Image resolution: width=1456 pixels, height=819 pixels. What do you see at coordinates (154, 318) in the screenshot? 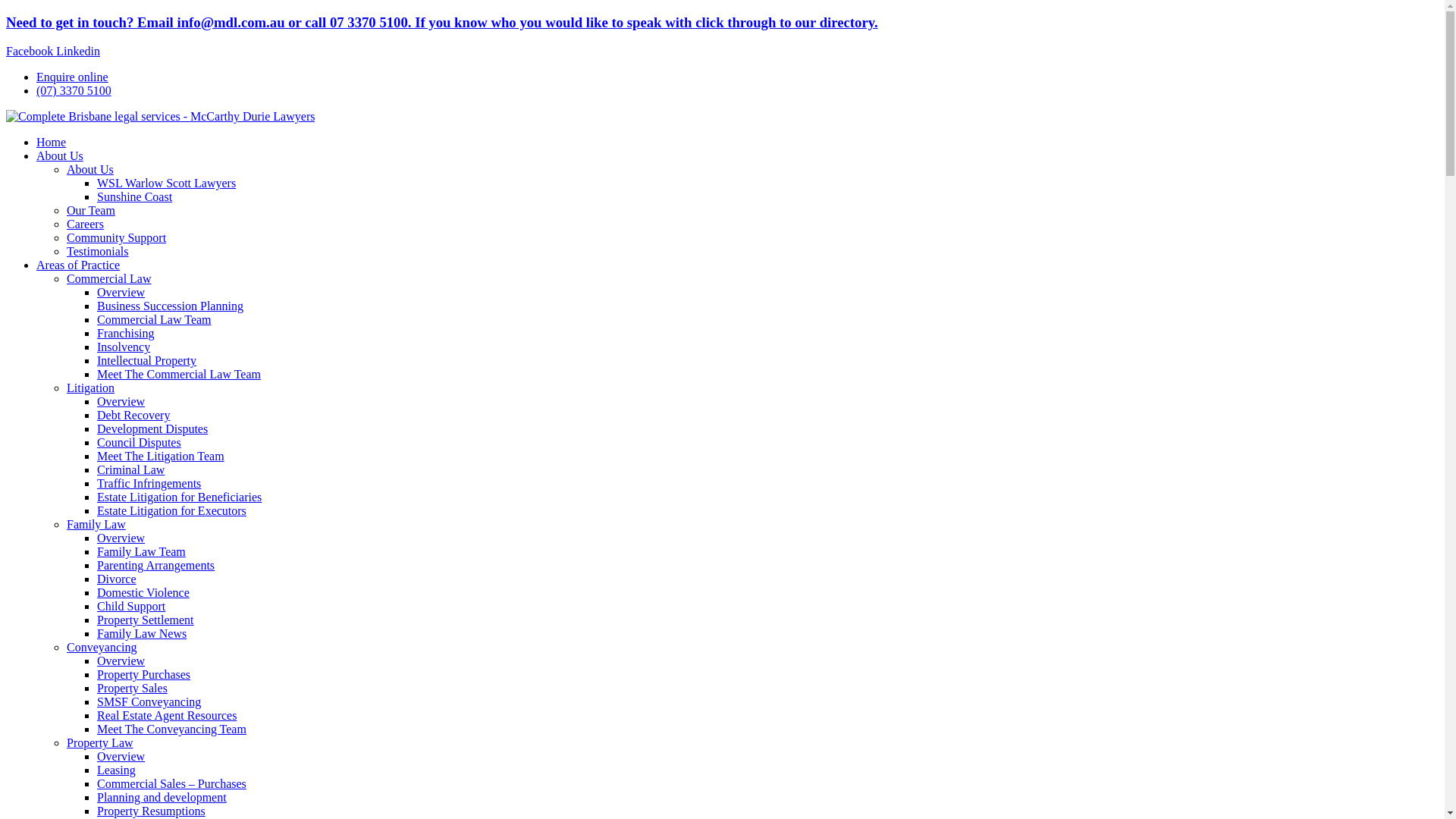
I see `'Commercial Law Team'` at bounding box center [154, 318].